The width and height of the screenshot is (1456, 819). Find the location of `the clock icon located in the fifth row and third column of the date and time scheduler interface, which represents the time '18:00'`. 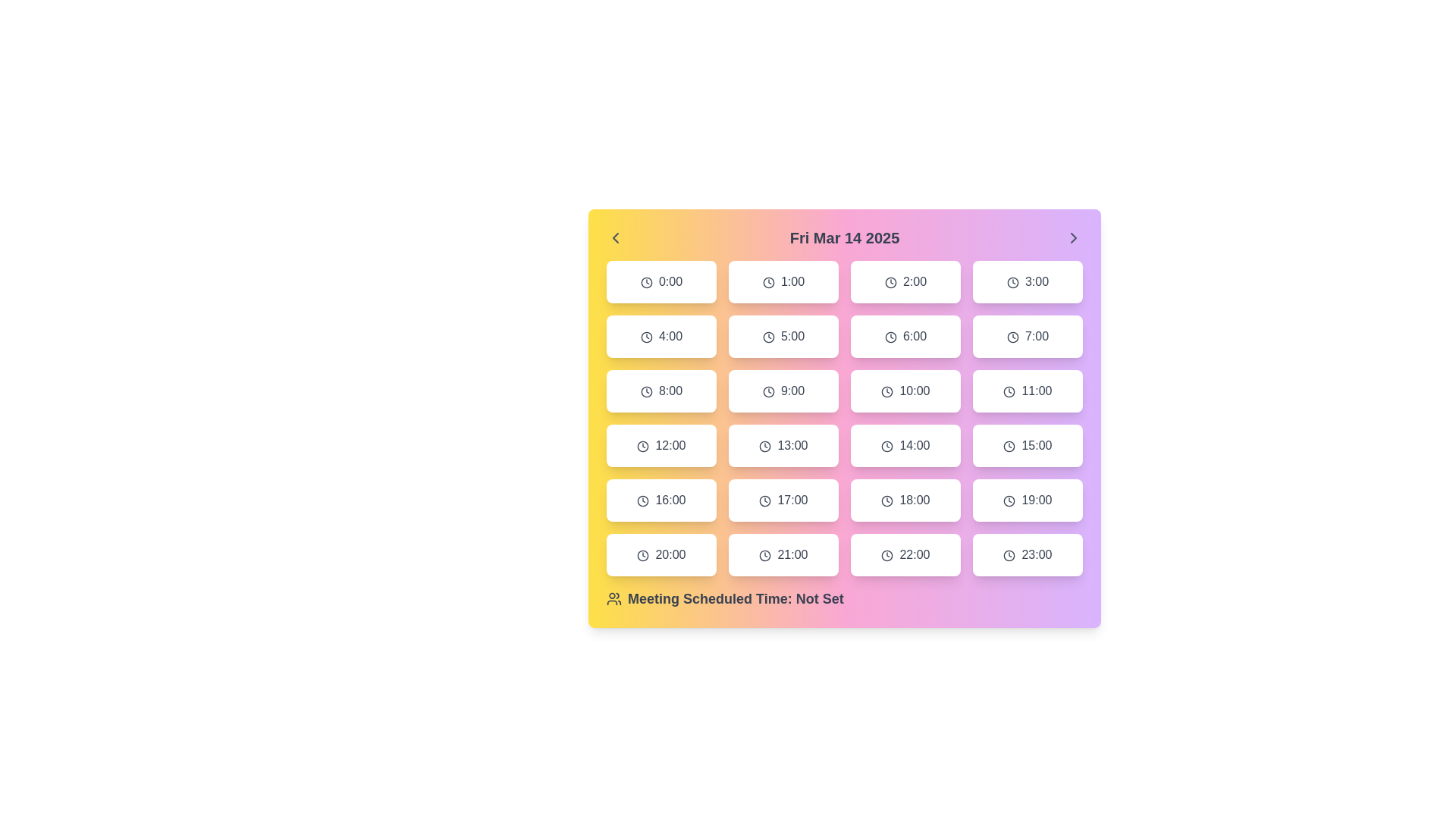

the clock icon located in the fifth row and third column of the date and time scheduler interface, which represents the time '18:00' is located at coordinates (887, 500).